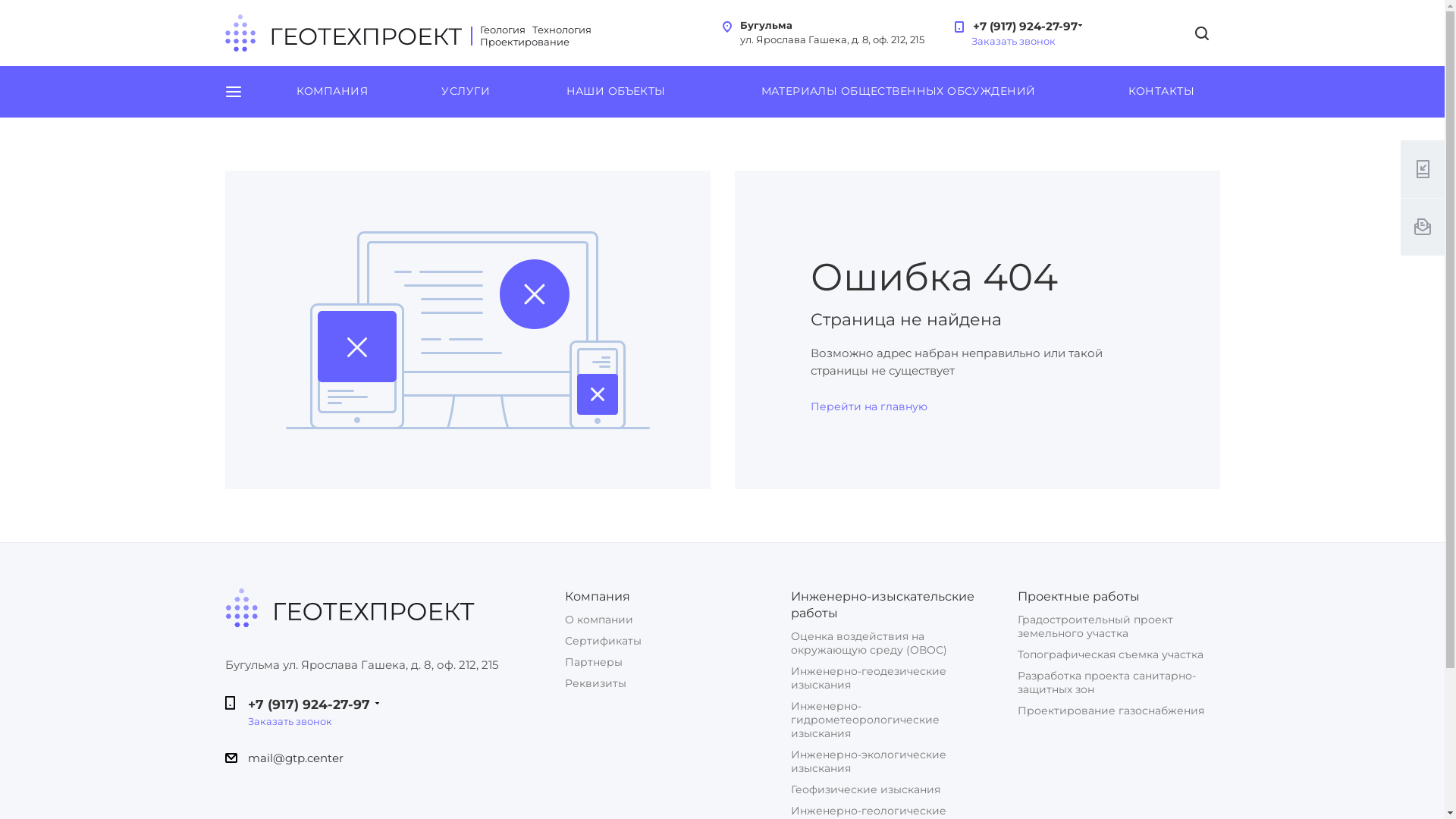  I want to click on '+7 (917) 924-27-97', so click(307, 704).